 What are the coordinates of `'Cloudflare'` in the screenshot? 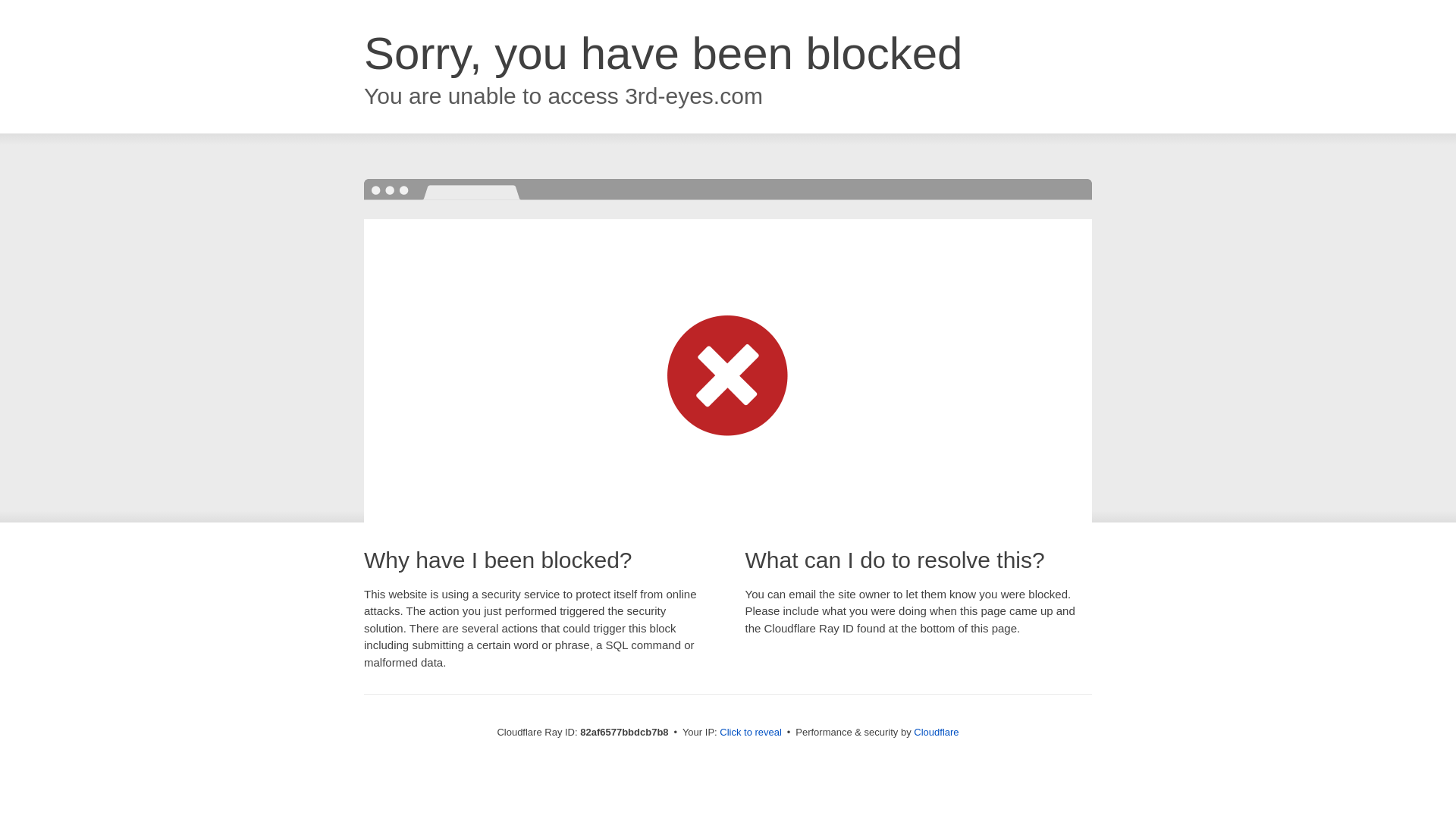 It's located at (935, 731).